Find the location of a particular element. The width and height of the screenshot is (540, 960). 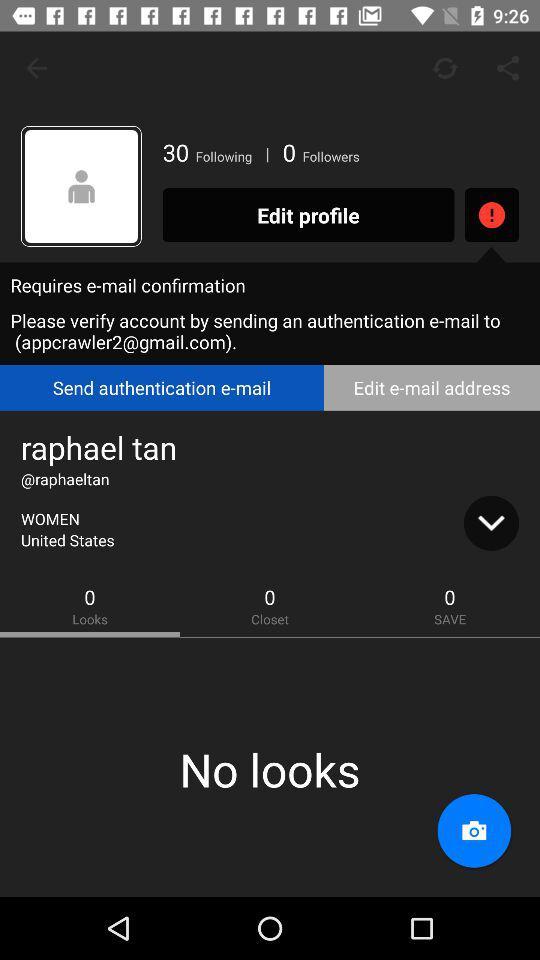

take a profile picture is located at coordinates (473, 831).